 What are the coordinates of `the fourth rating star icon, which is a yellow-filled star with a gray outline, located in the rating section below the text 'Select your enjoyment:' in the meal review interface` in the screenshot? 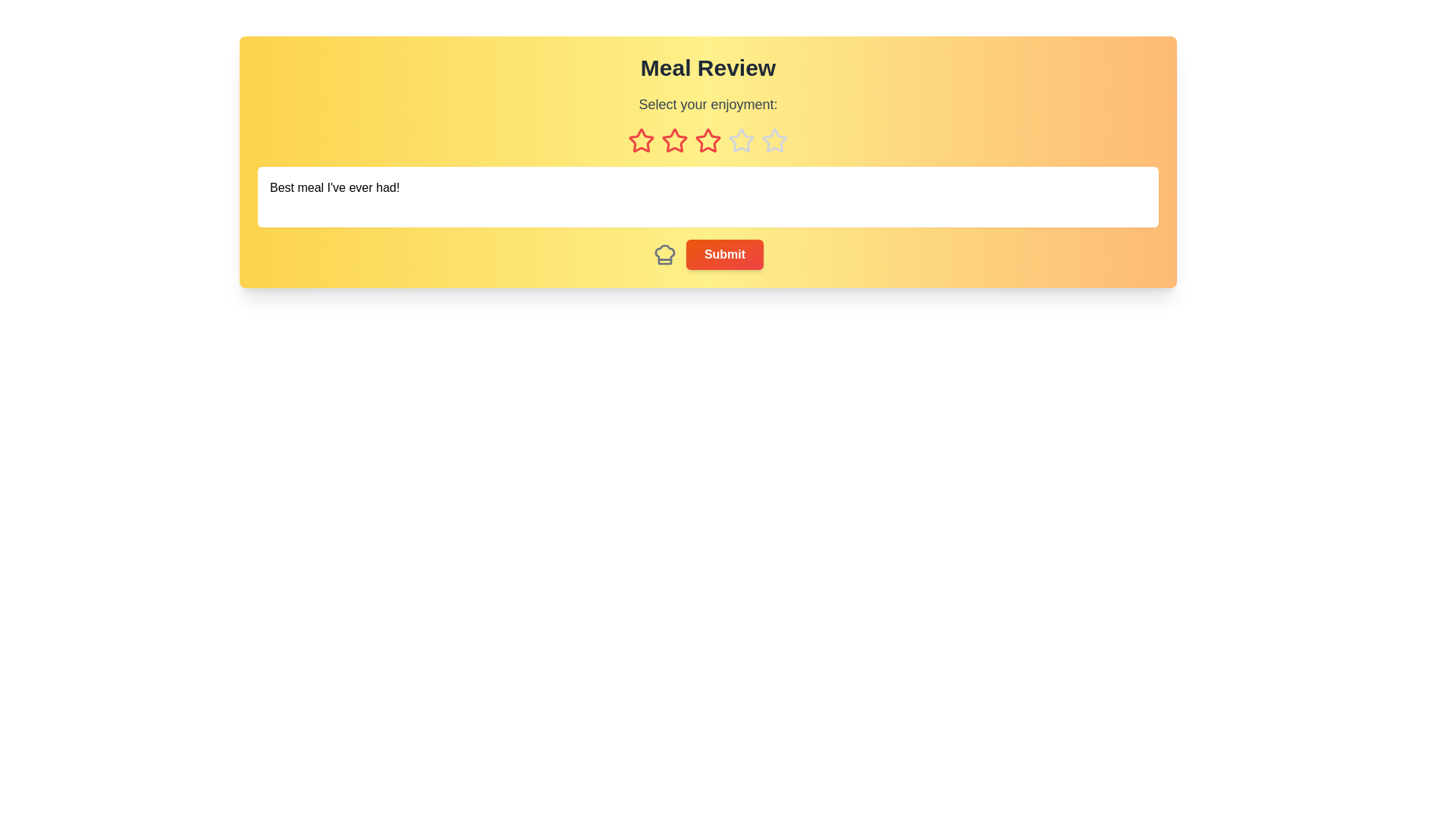 It's located at (742, 140).